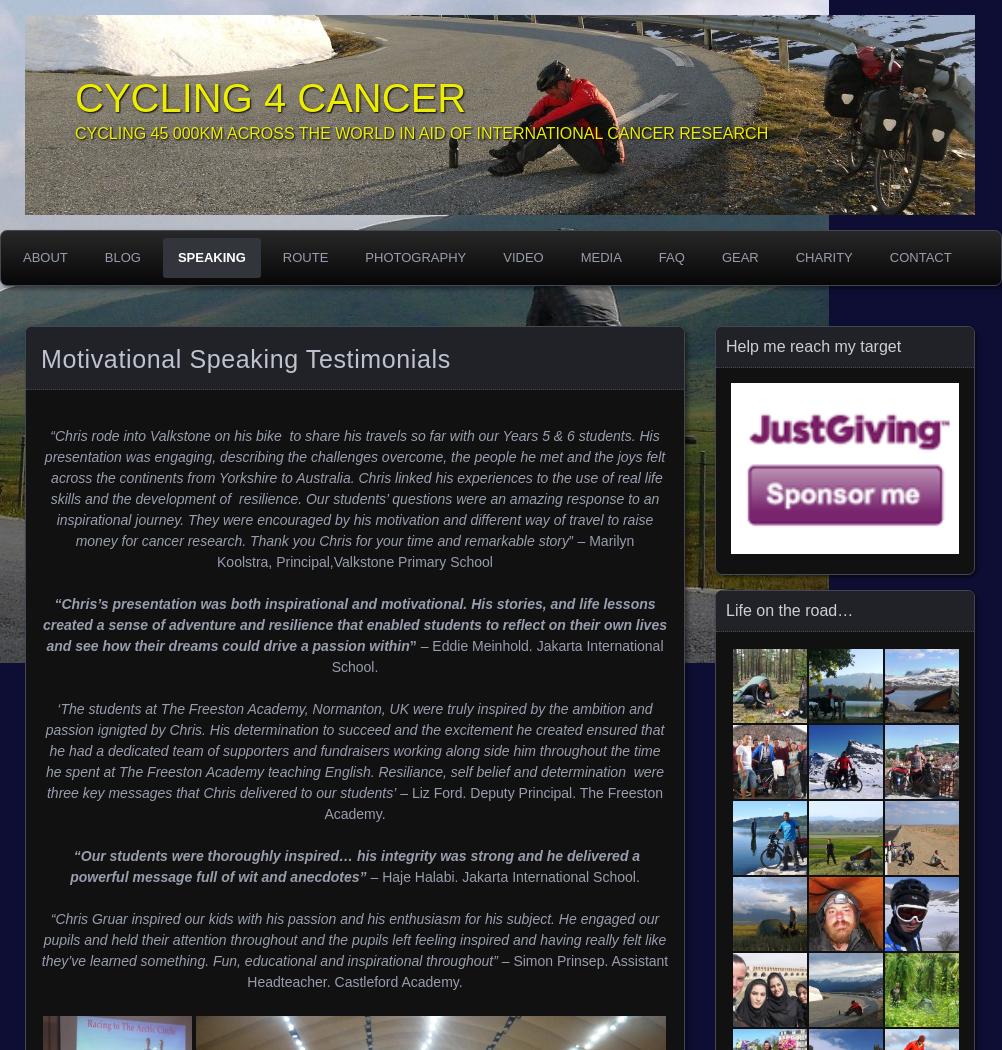 The image size is (1002, 1050). What do you see at coordinates (40, 357) in the screenshot?
I see `'Motivational Speaking Testimonials'` at bounding box center [40, 357].